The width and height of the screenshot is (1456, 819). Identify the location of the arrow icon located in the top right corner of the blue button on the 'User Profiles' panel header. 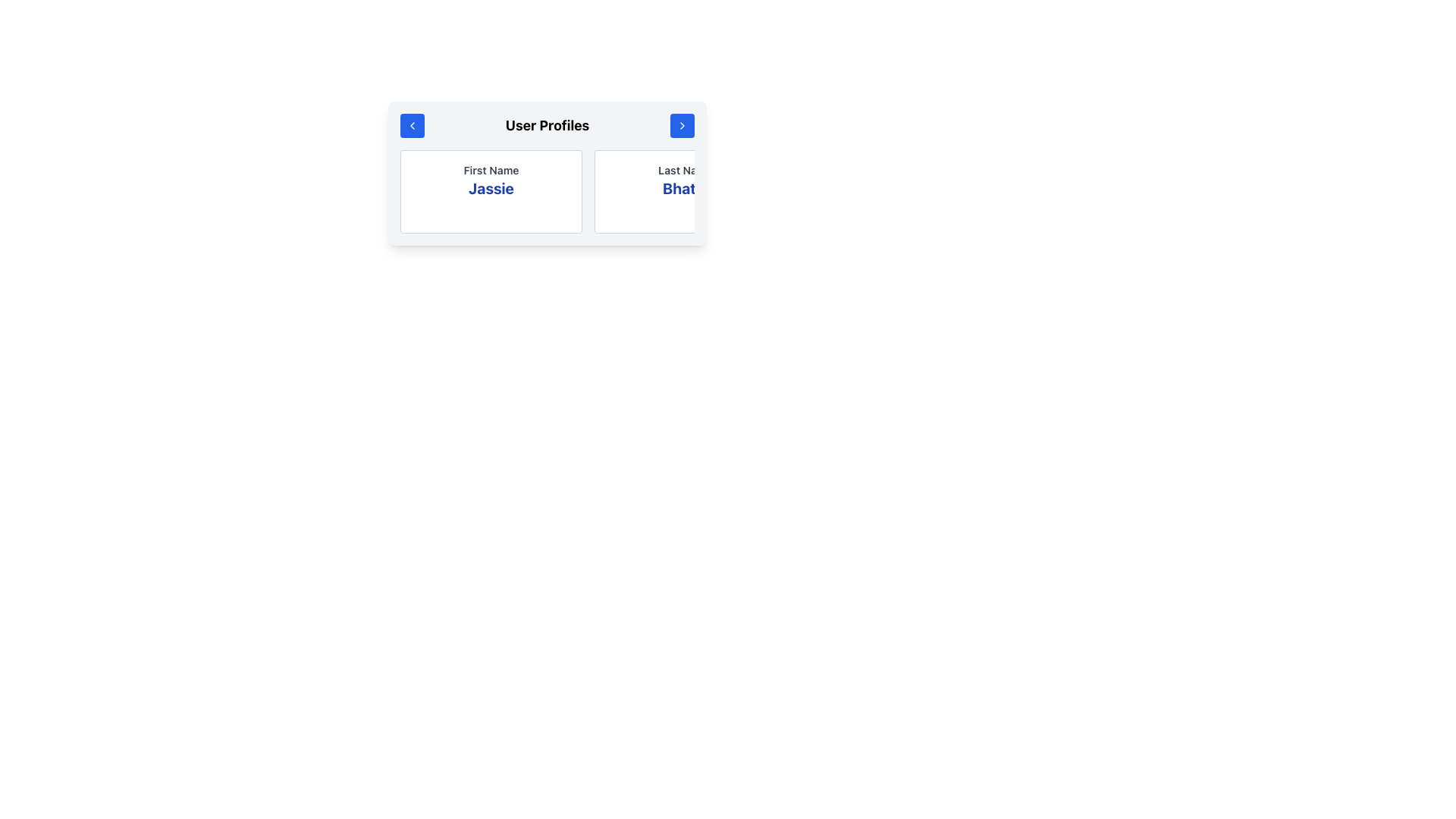
(681, 124).